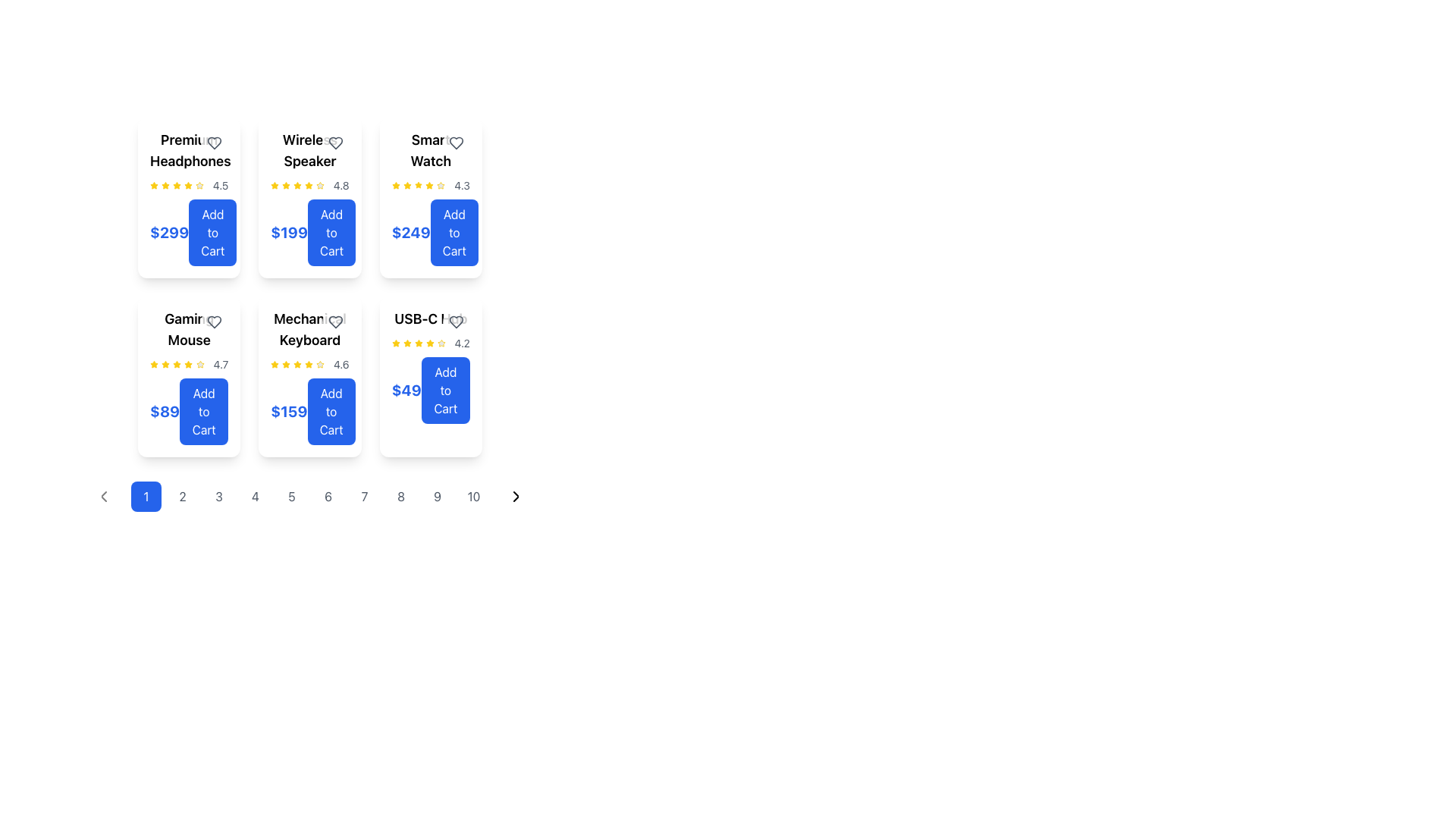 The width and height of the screenshot is (1456, 819). I want to click on the button in the product grid for 'Wireless Speaker', so click(331, 233).